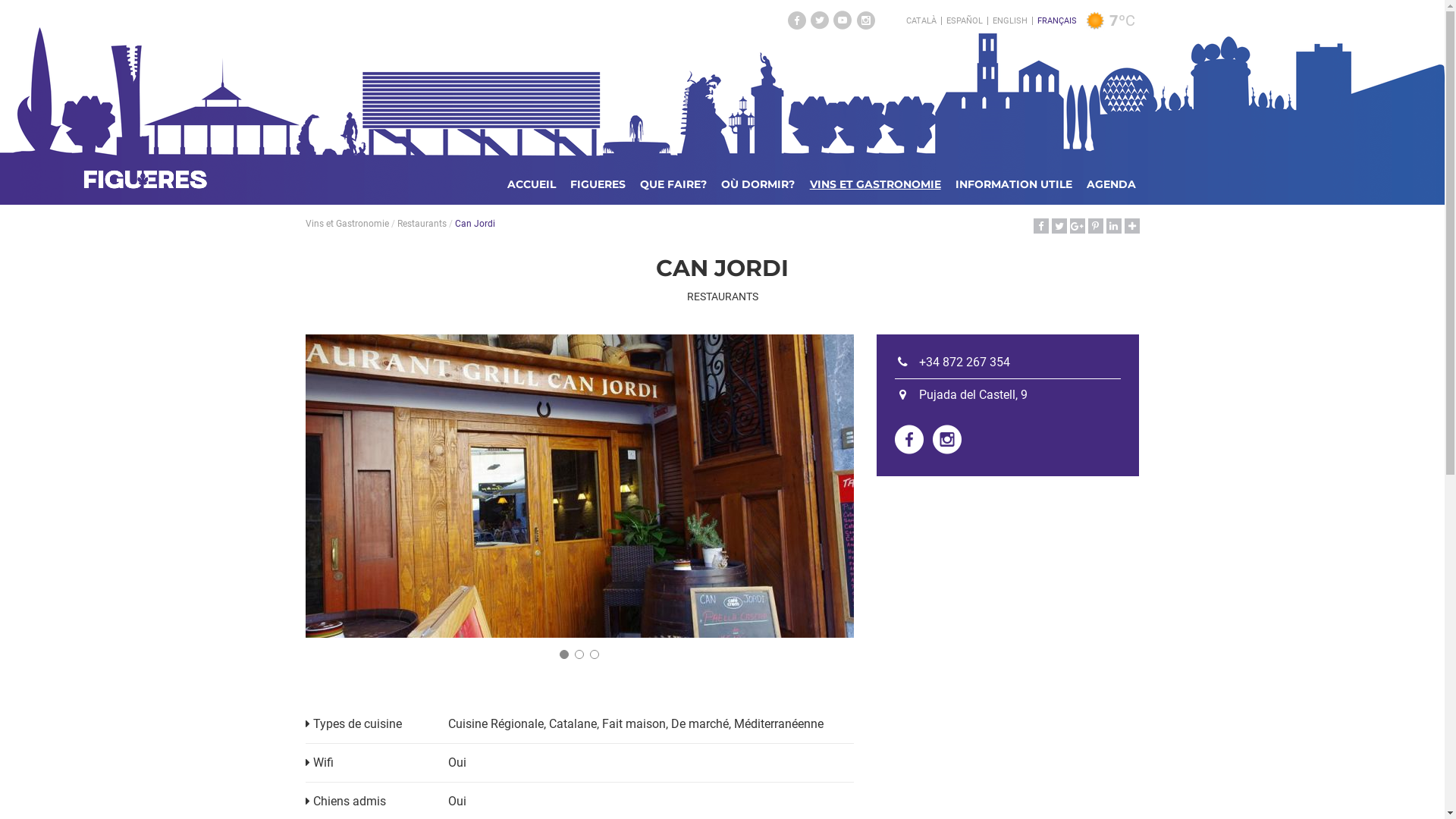  I want to click on 'QUE FAIRE?', so click(673, 184).